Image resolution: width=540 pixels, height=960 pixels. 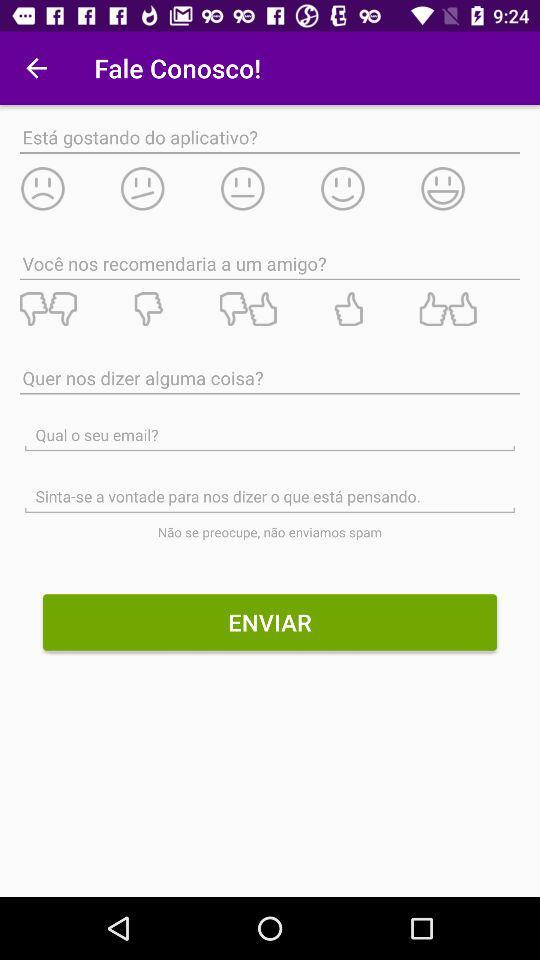 What do you see at coordinates (269, 309) in the screenshot?
I see `like or dislike fale conosco page` at bounding box center [269, 309].